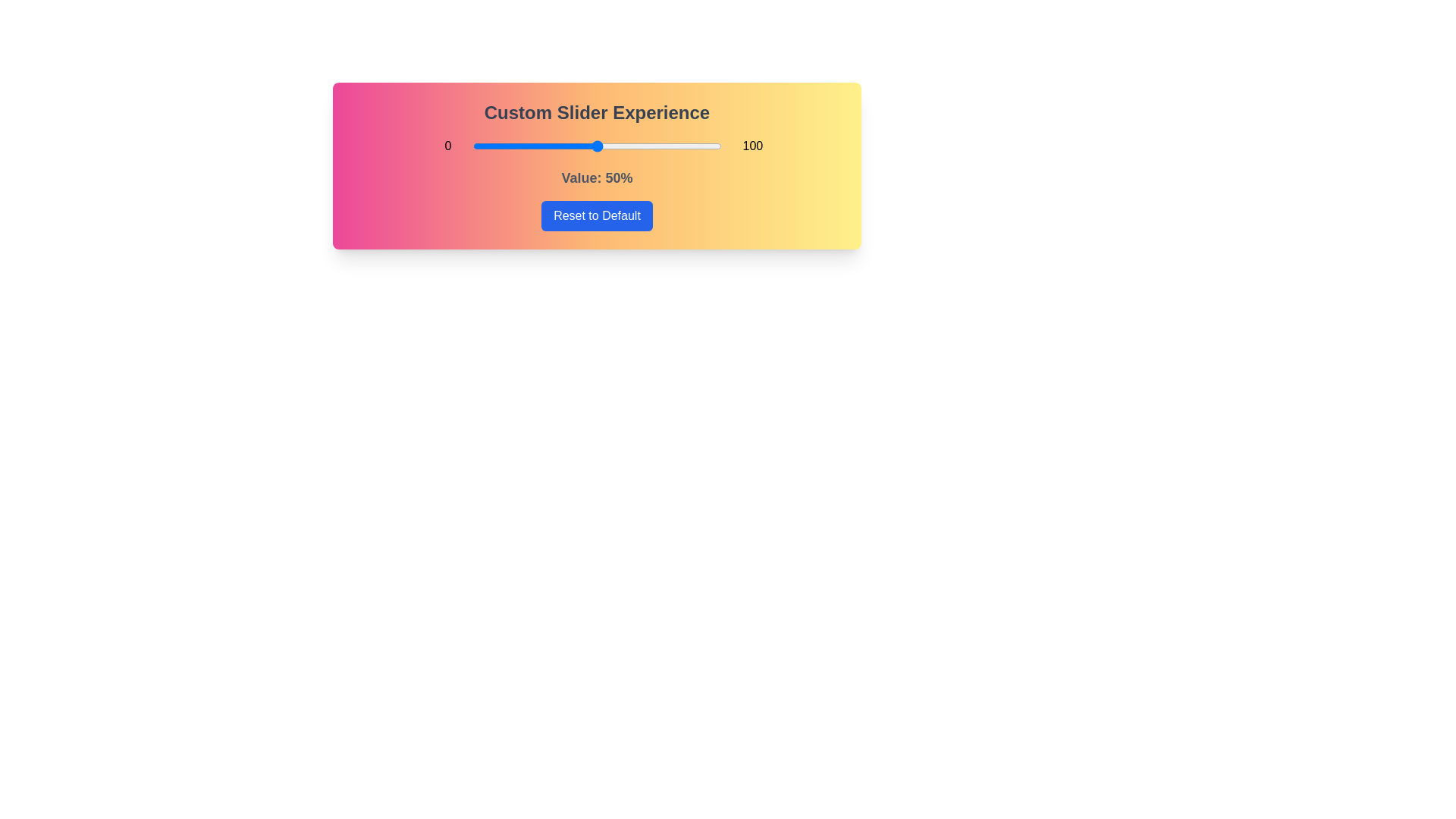  I want to click on the slider to set its value to 11%, so click(500, 146).